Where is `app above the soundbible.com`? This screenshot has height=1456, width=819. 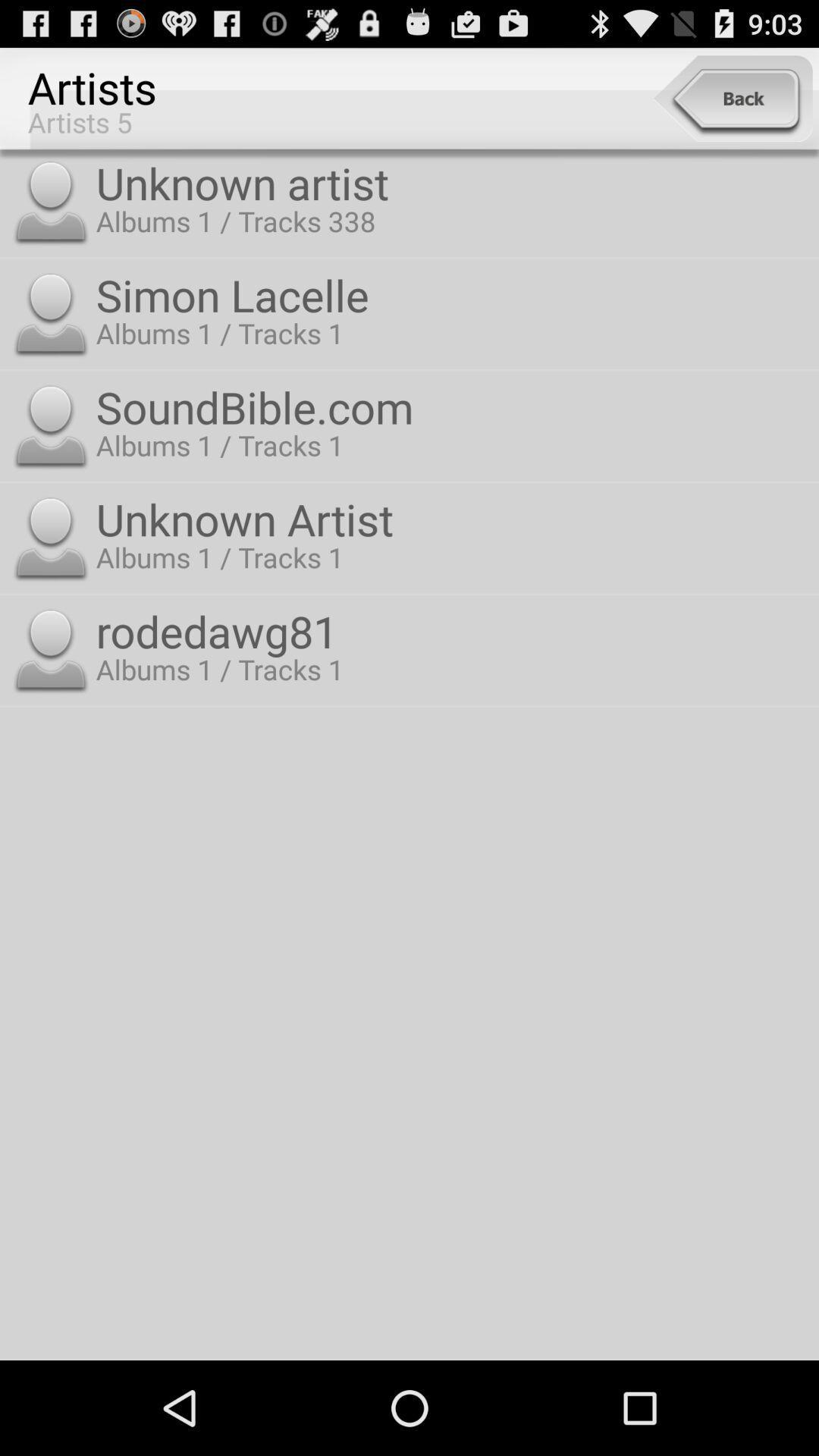 app above the soundbible.com is located at coordinates (453, 294).